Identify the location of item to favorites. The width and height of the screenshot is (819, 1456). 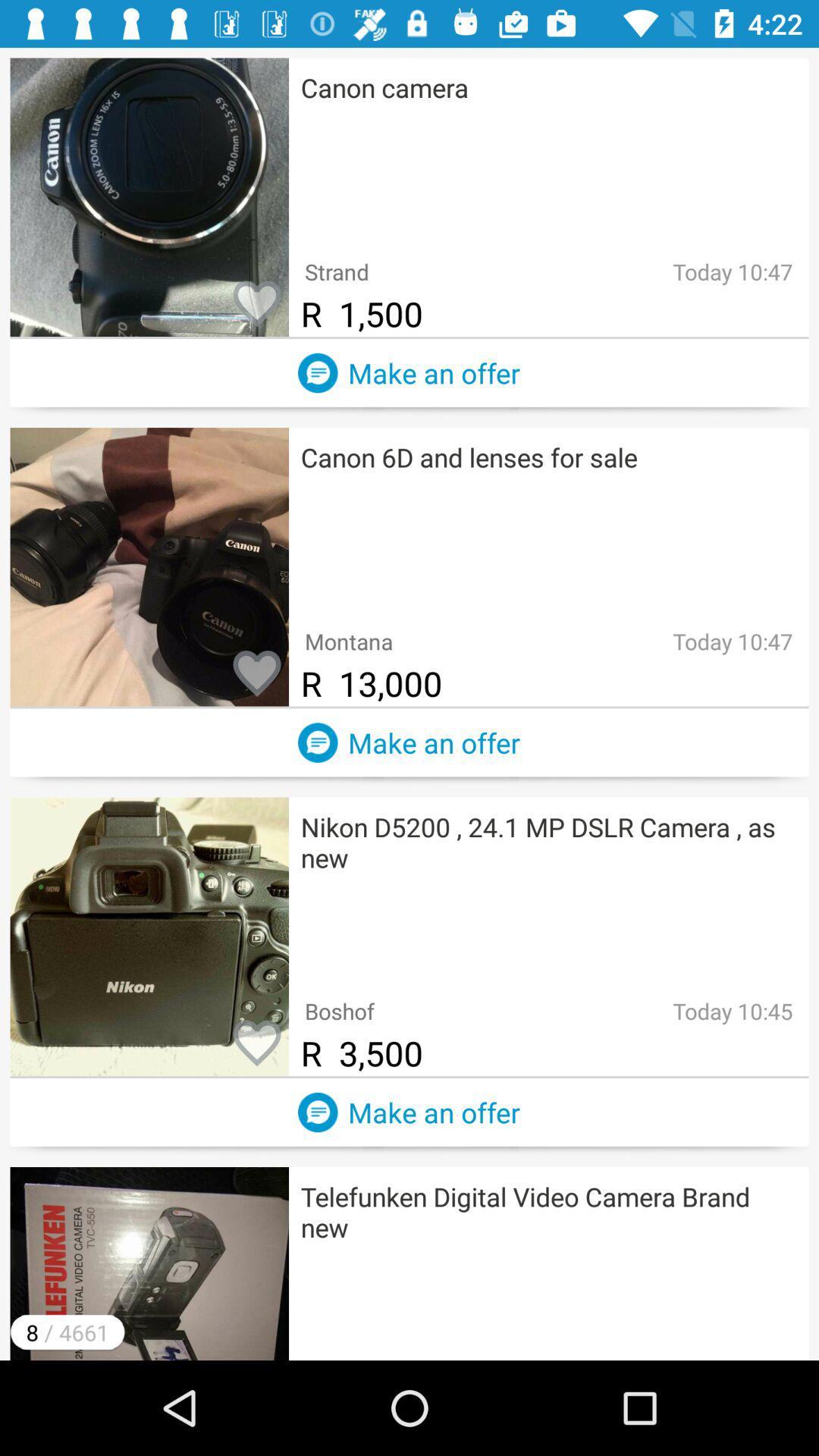
(256, 304).